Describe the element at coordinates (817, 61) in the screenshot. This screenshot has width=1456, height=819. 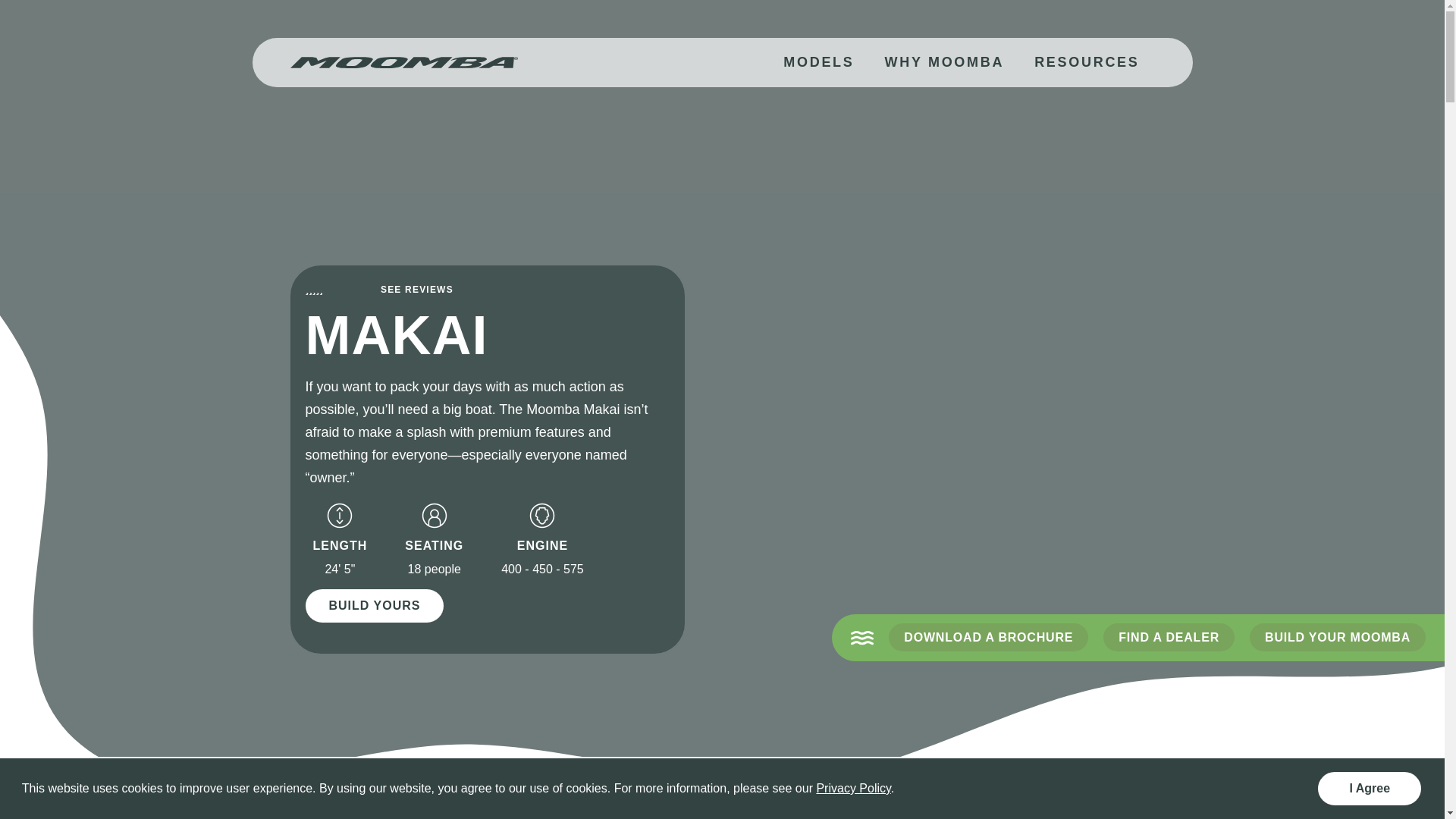
I see `'MODELS'` at that location.